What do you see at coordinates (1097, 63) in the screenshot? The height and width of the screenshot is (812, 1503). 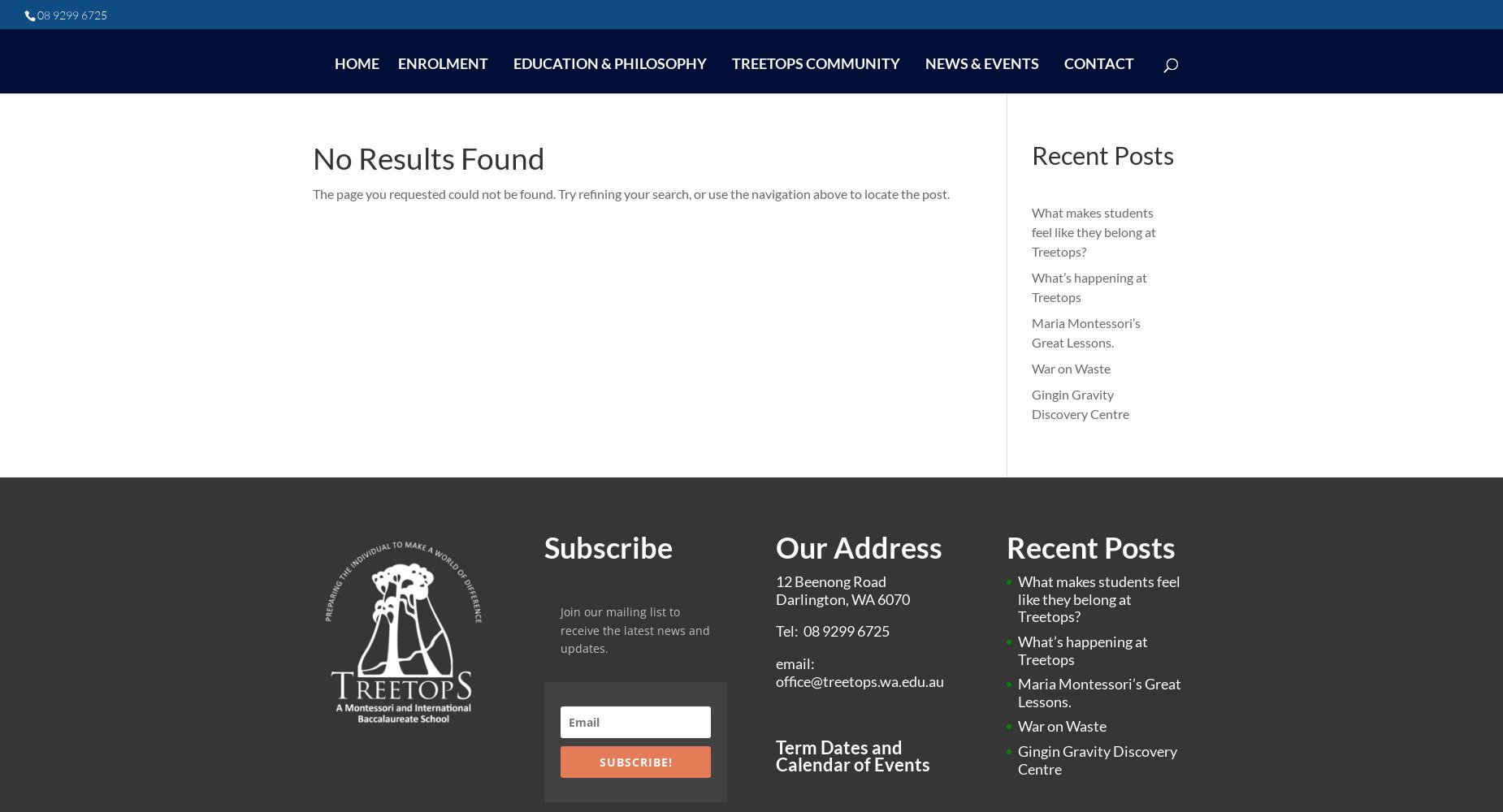 I see `'CONTACT'` at bounding box center [1097, 63].